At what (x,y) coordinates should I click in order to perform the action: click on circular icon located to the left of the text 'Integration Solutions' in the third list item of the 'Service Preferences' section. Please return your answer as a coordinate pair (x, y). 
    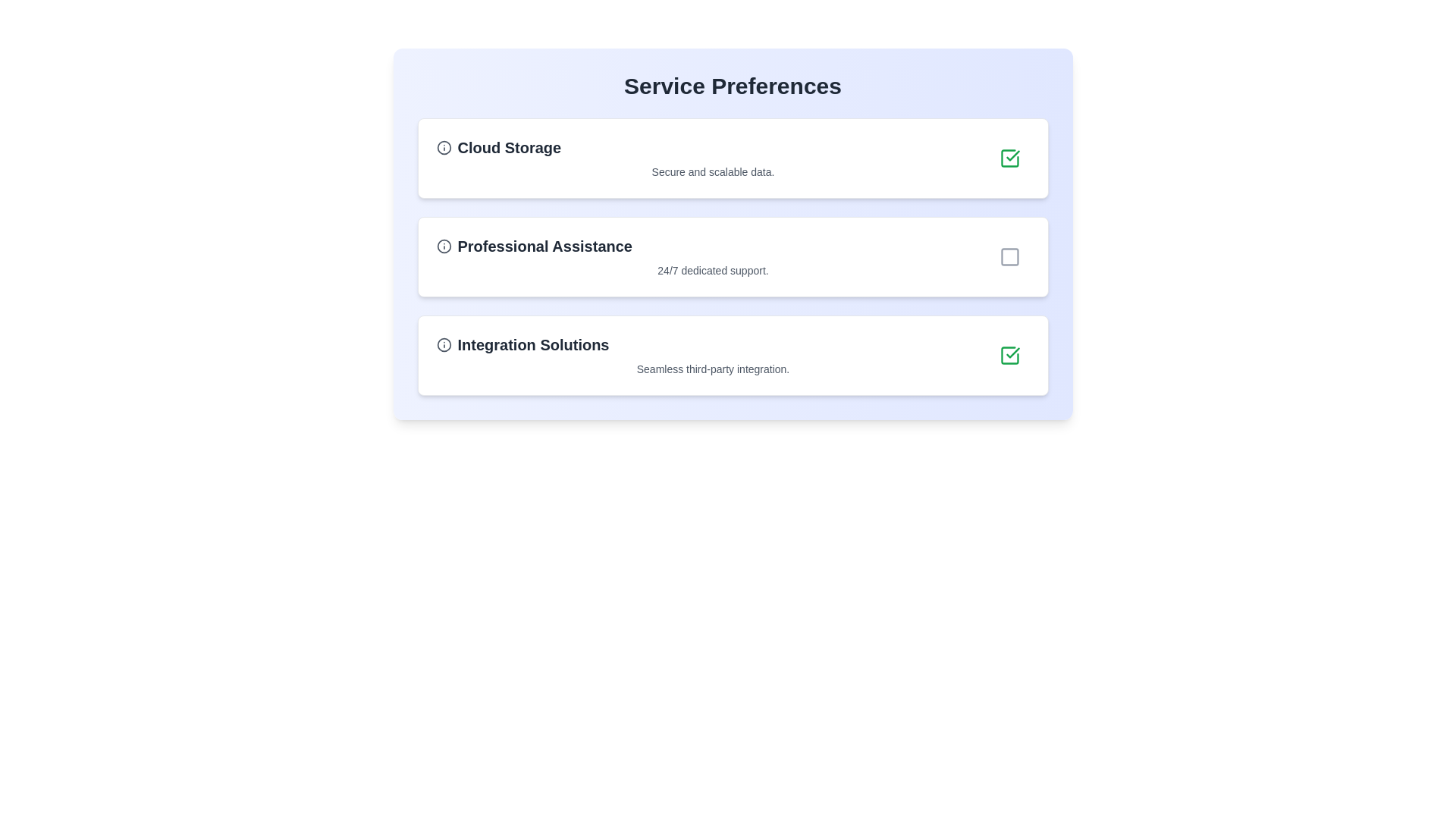
    Looking at the image, I should click on (443, 345).